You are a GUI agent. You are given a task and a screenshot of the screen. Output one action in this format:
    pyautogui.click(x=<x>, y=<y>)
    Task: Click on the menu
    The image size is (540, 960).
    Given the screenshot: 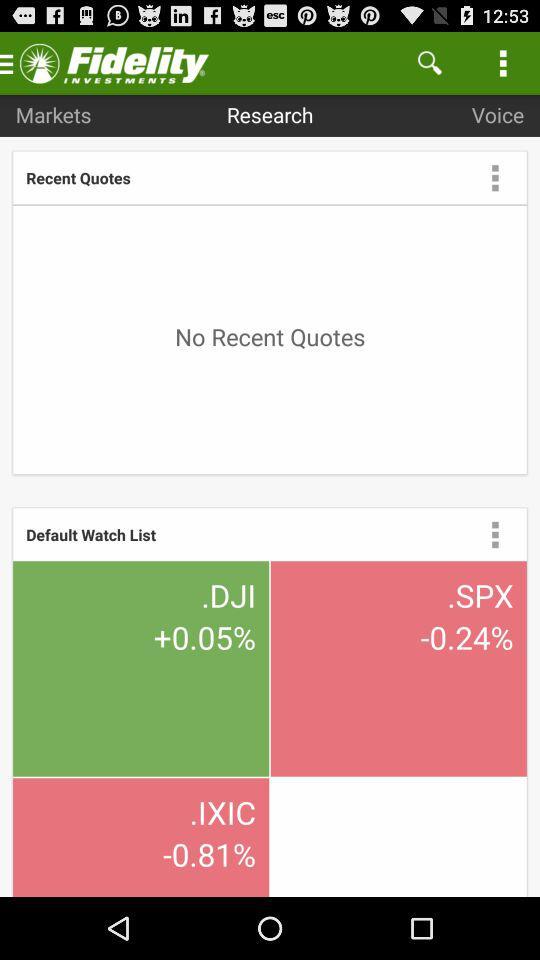 What is the action you would take?
    pyautogui.click(x=494, y=176)
    